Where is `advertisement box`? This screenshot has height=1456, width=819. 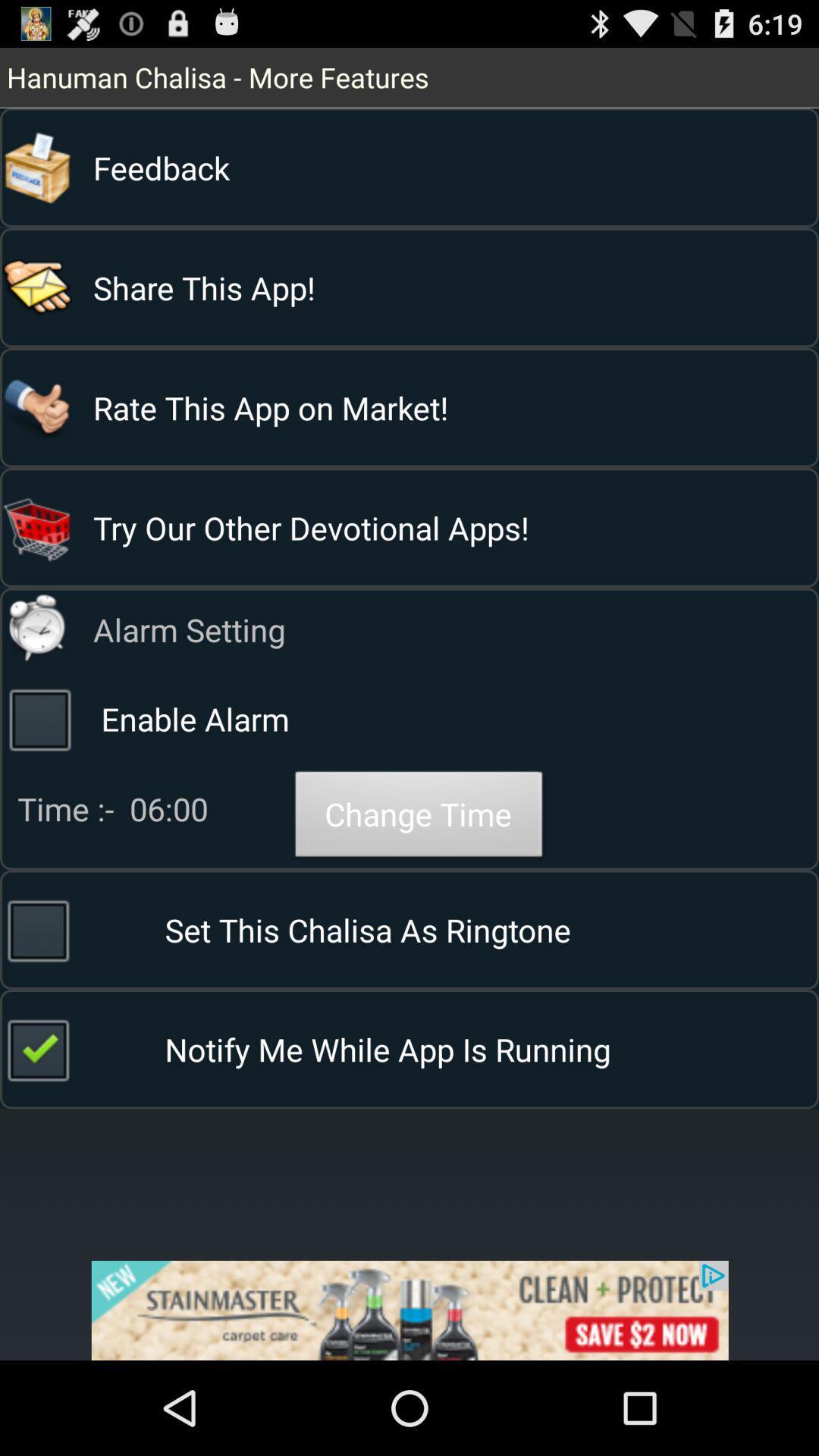 advertisement box is located at coordinates (409, 1310).